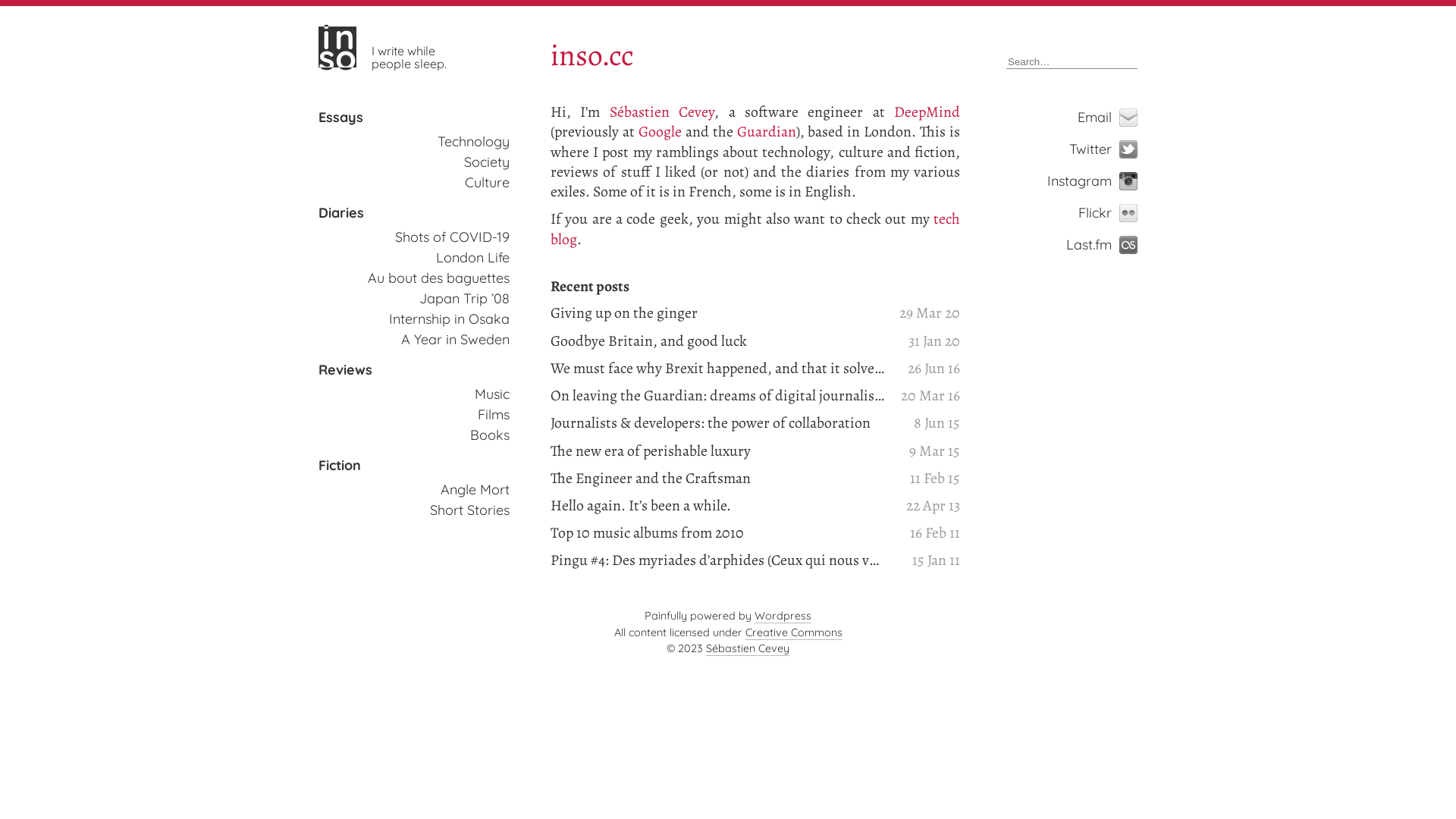 Image resolution: width=1456 pixels, height=819 pixels. I want to click on 'Fiction', so click(318, 464).